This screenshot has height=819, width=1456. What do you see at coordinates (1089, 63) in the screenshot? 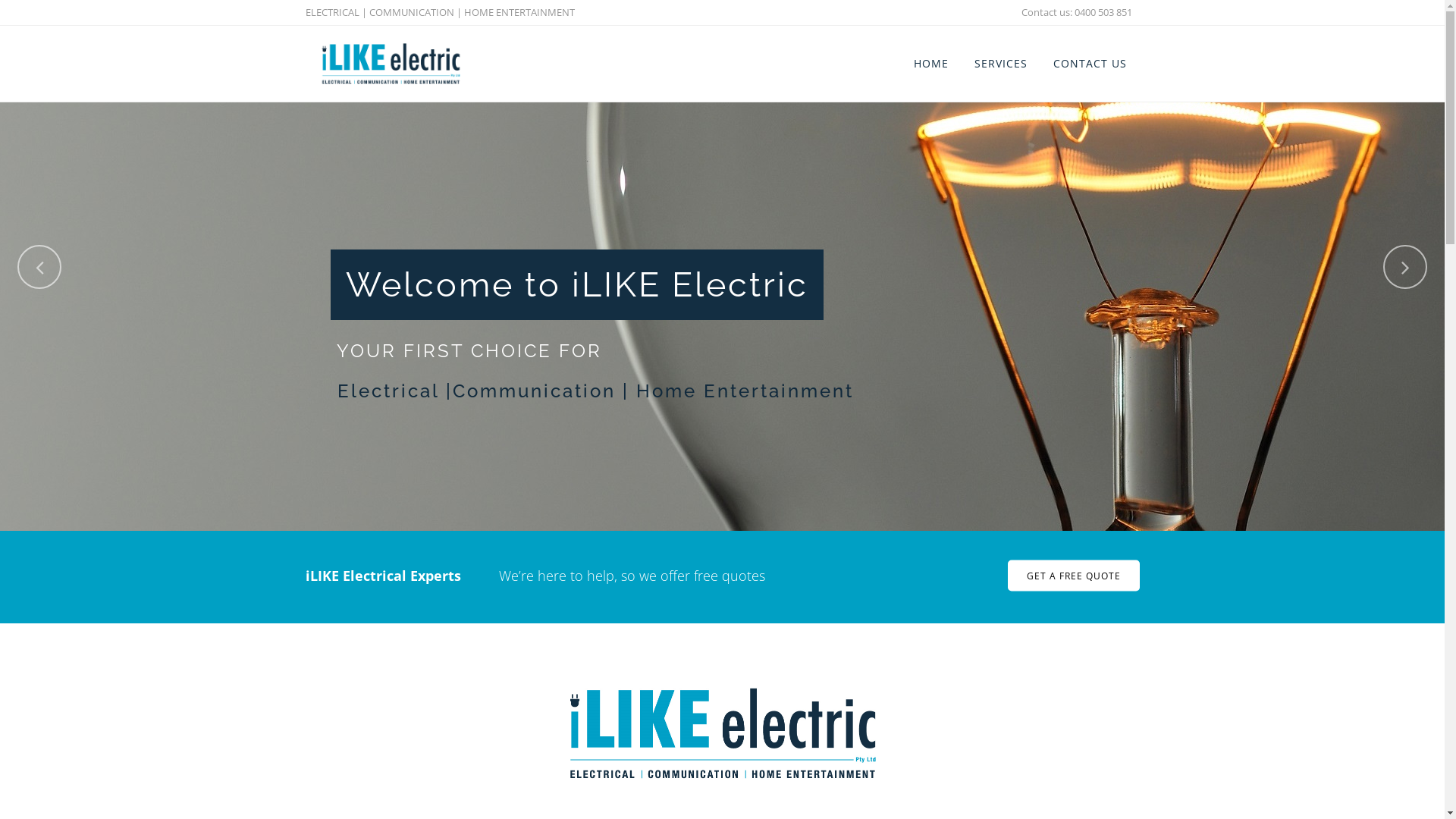
I see `'CONTACT US'` at bounding box center [1089, 63].